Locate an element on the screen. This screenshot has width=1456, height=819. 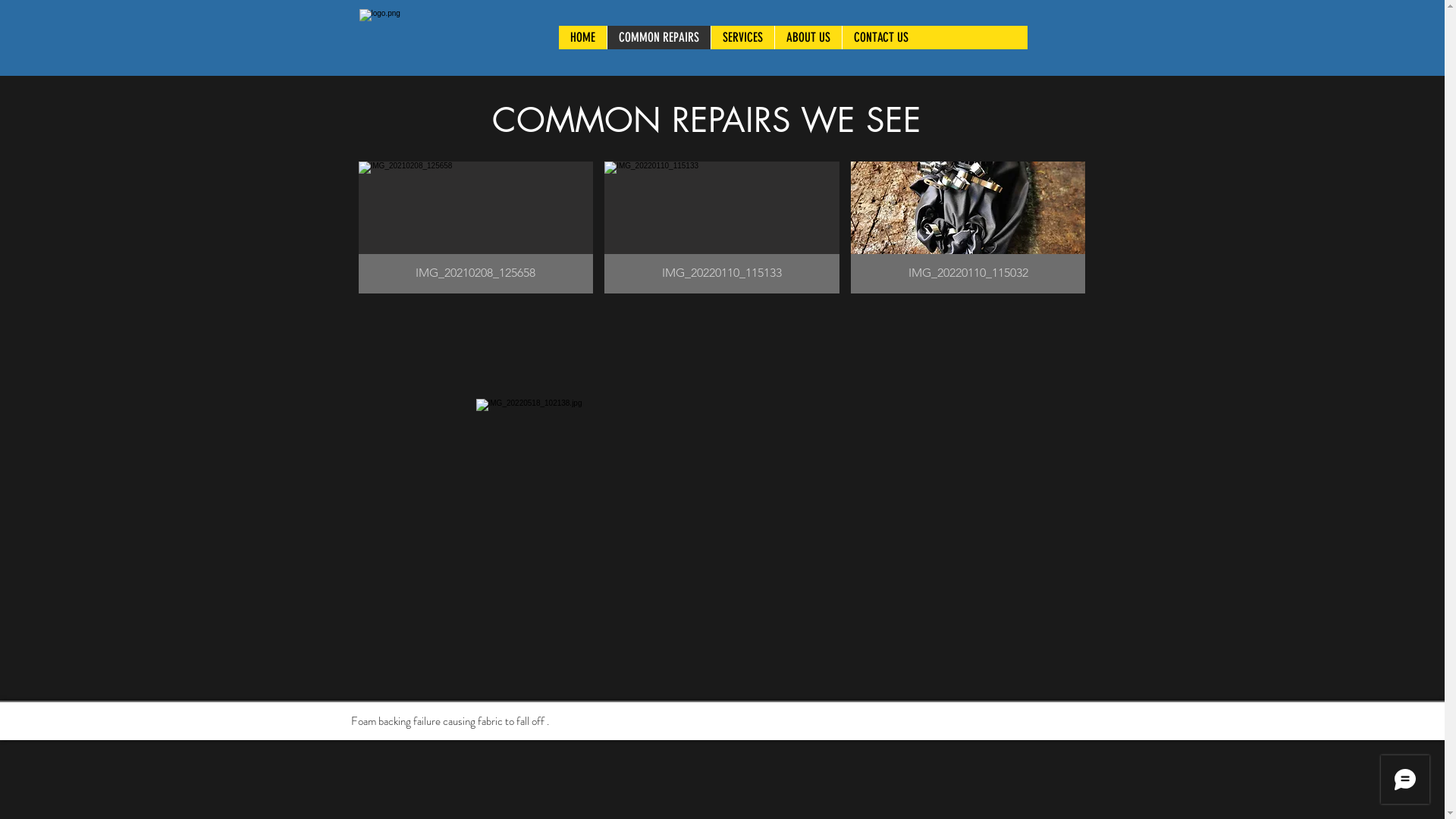
'COMMON REPAIRS' is located at coordinates (658, 36).